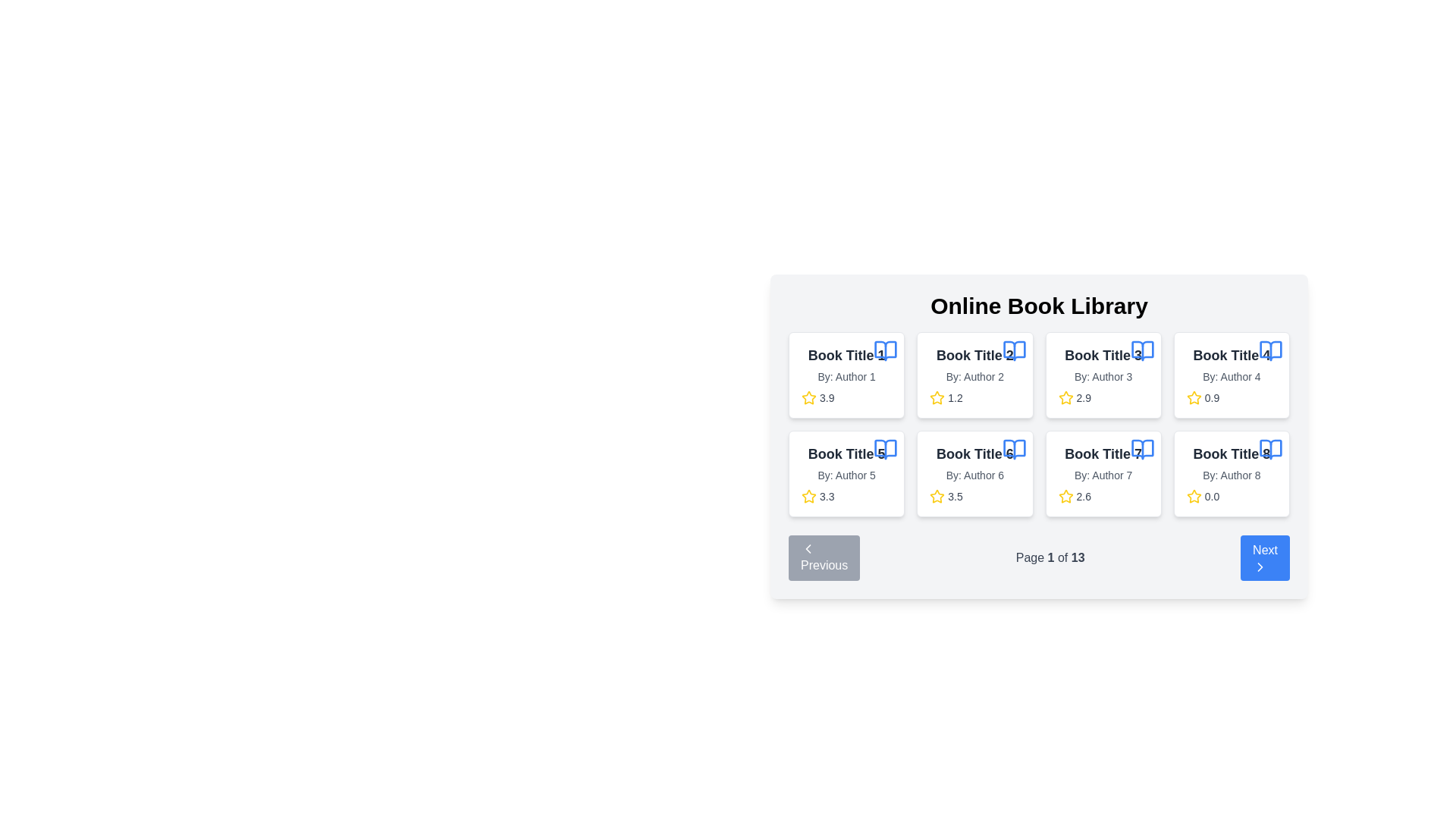 The height and width of the screenshot is (819, 1456). What do you see at coordinates (974, 475) in the screenshot?
I see `the text label that provides information about the author of the book, located in the sixth card of the grid, directly below the book title 'Book Title 6'` at bounding box center [974, 475].